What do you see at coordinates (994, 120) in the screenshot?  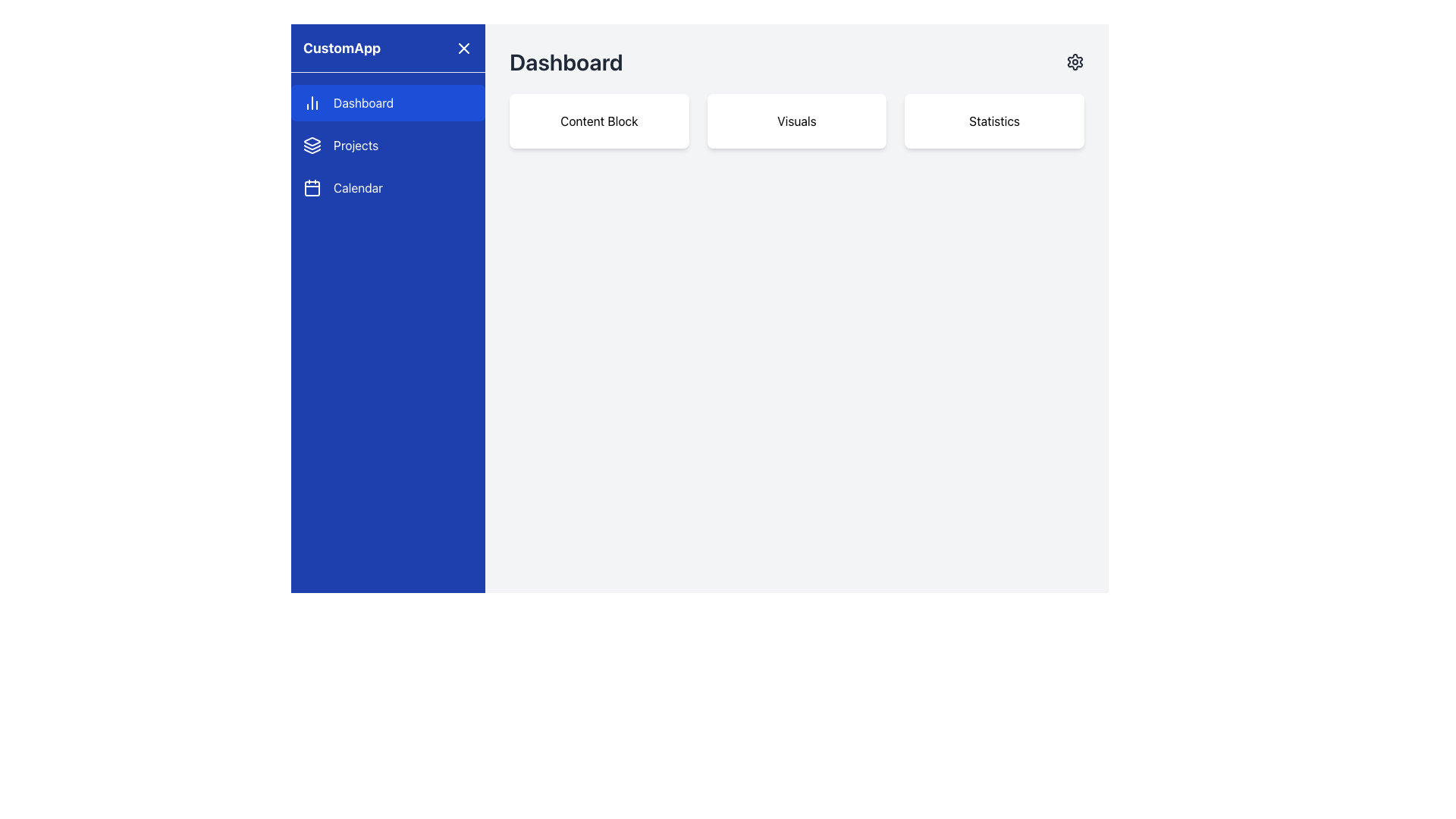 I see `the third card in the grid layout labeled 'Statistics'` at bounding box center [994, 120].